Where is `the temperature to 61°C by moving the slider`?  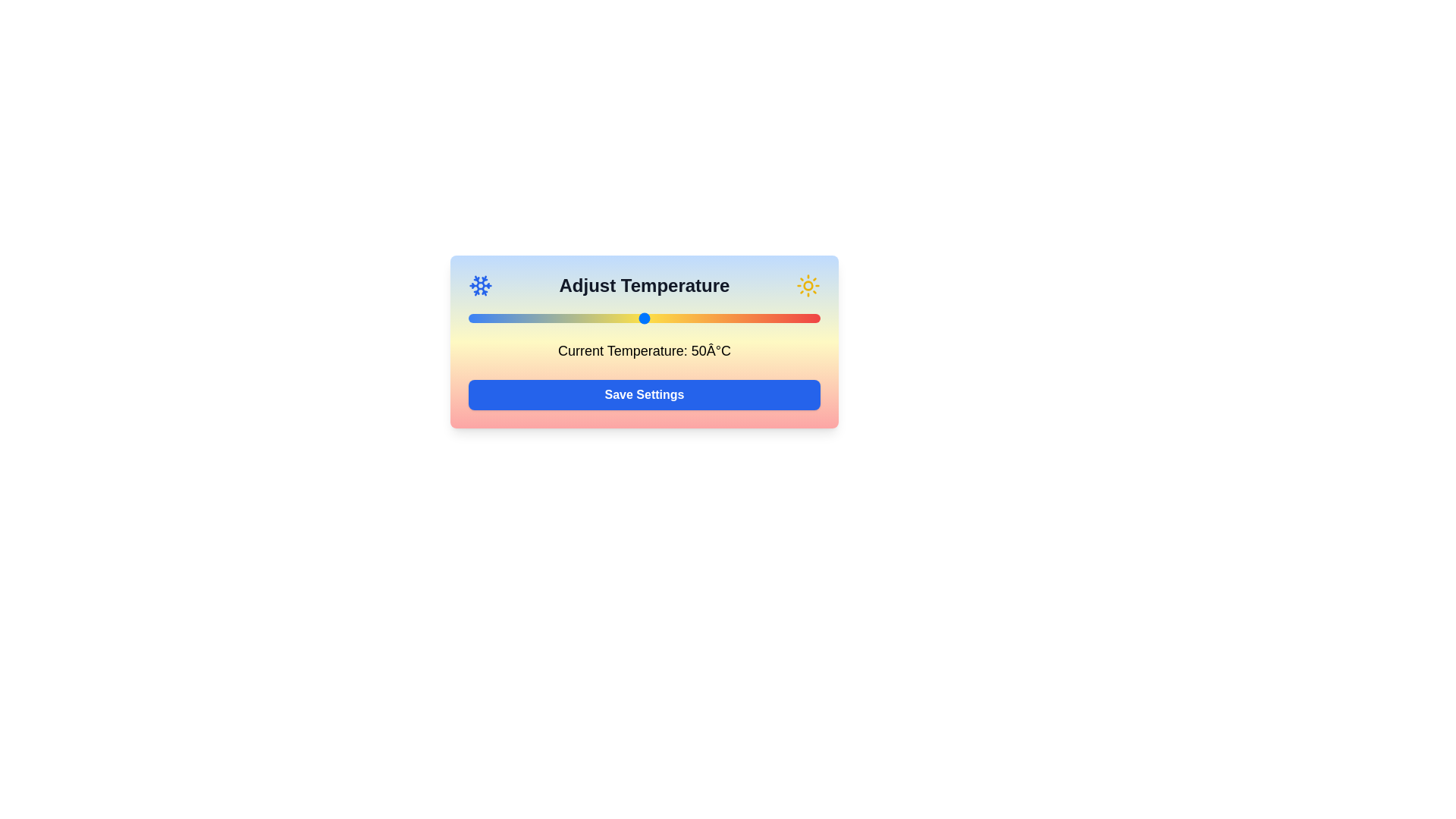 the temperature to 61°C by moving the slider is located at coordinates (682, 318).